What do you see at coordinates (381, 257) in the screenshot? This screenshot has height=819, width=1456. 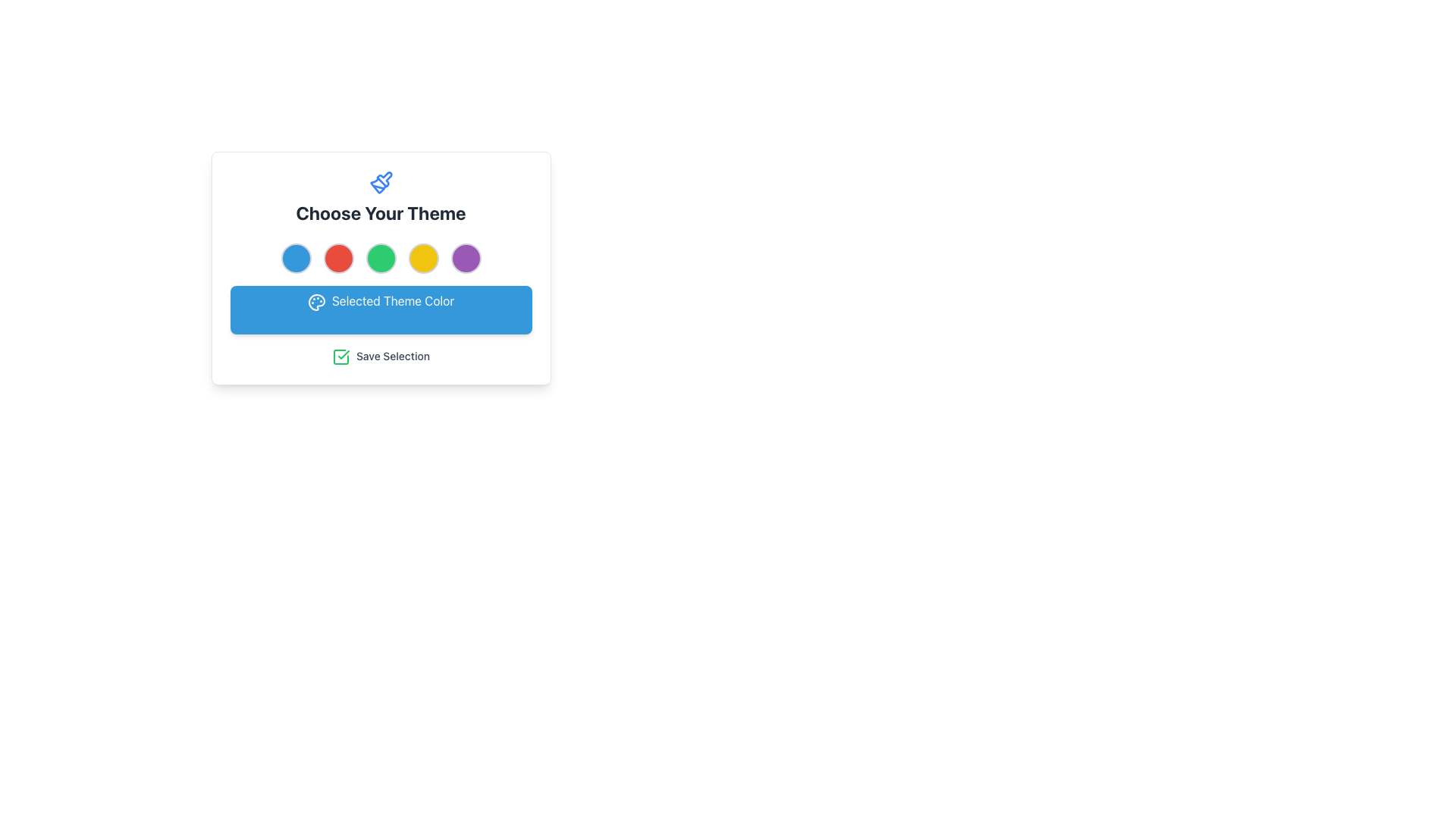 I see `the third circular selection button` at bounding box center [381, 257].